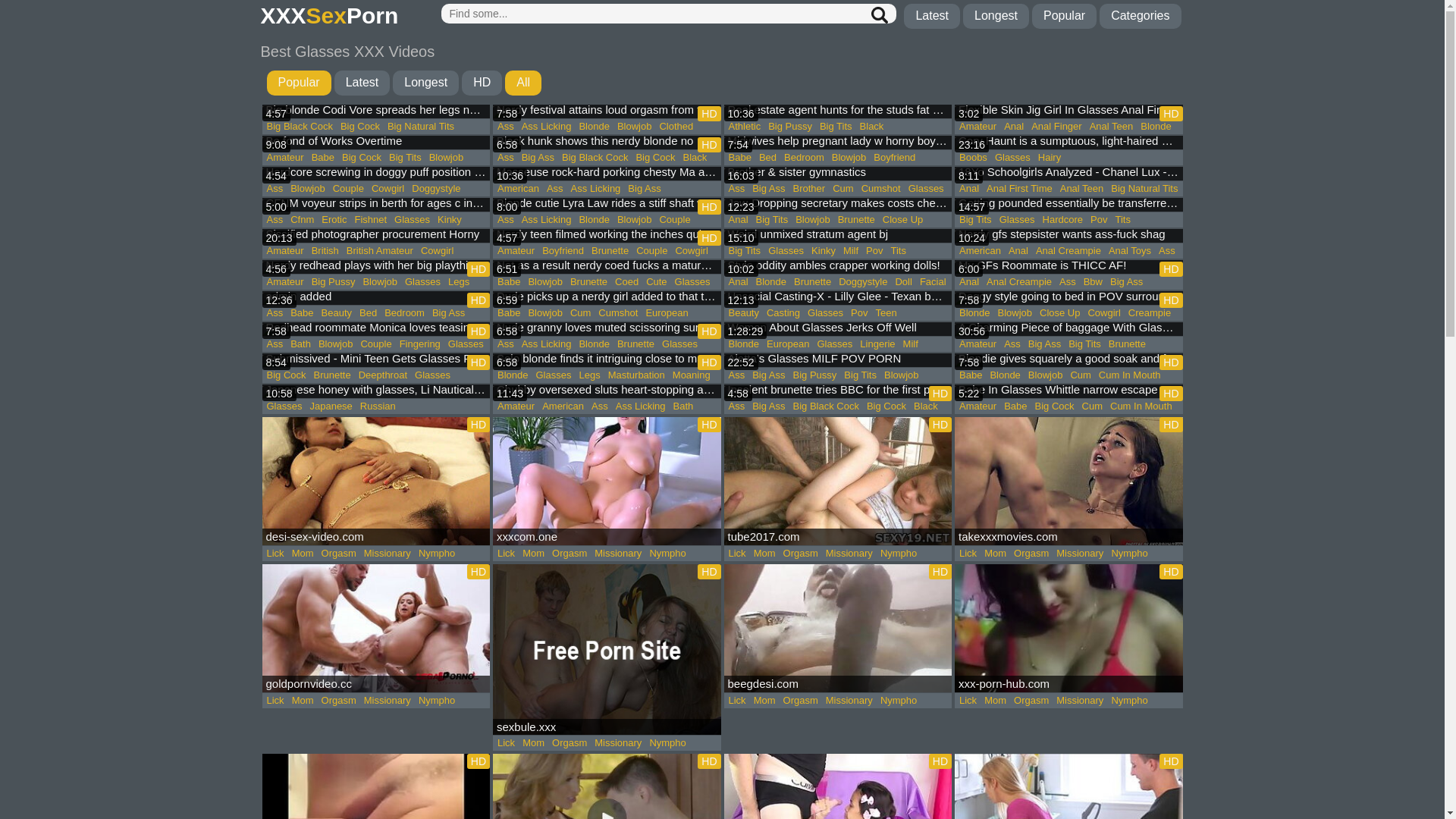 The image size is (1456, 819). I want to click on 'Tits', so click(1122, 219).